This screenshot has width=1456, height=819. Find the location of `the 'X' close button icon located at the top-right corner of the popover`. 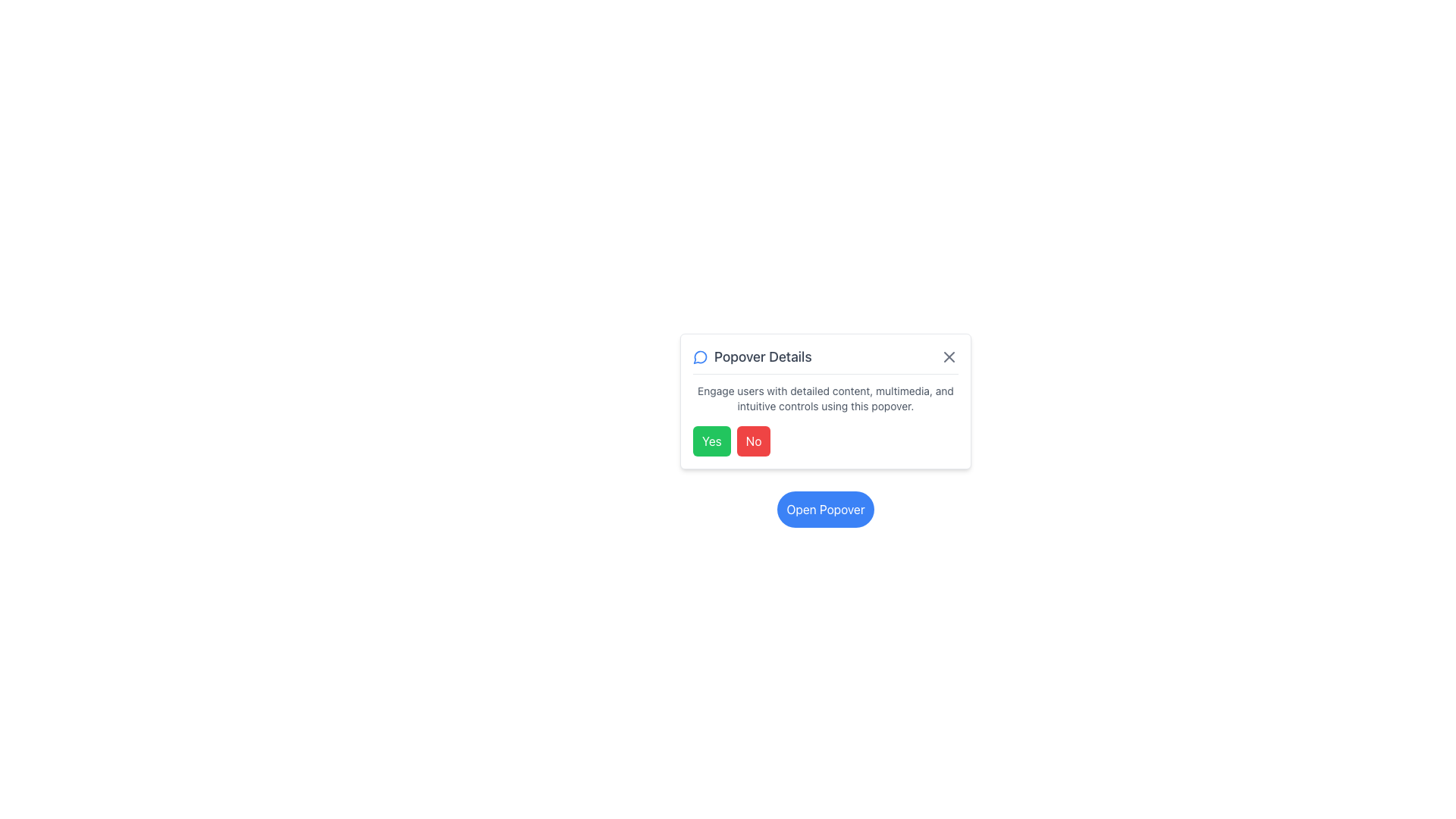

the 'X' close button icon located at the top-right corner of the popover is located at coordinates (949, 356).